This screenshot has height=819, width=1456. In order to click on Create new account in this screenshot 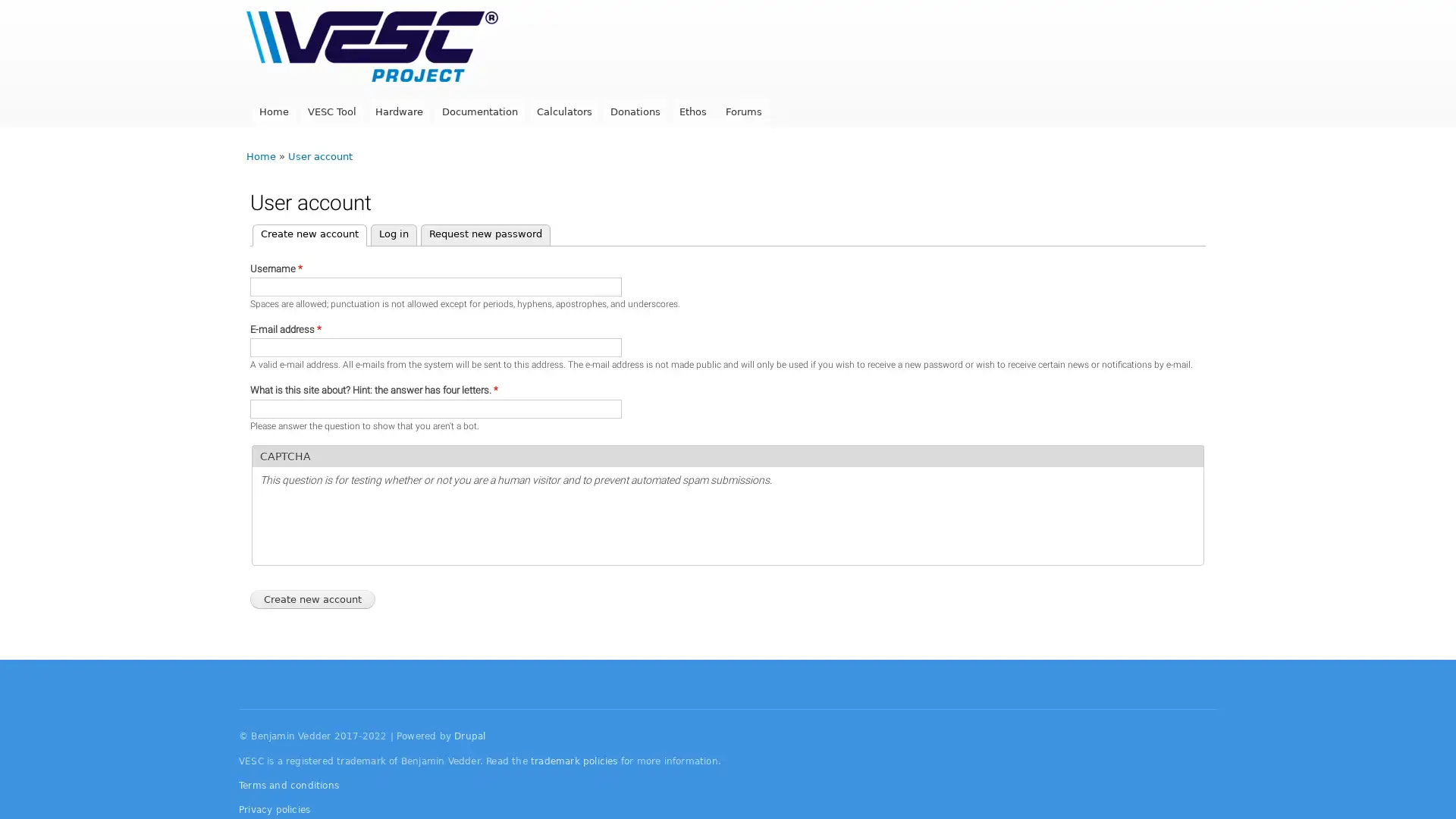, I will do `click(312, 598)`.